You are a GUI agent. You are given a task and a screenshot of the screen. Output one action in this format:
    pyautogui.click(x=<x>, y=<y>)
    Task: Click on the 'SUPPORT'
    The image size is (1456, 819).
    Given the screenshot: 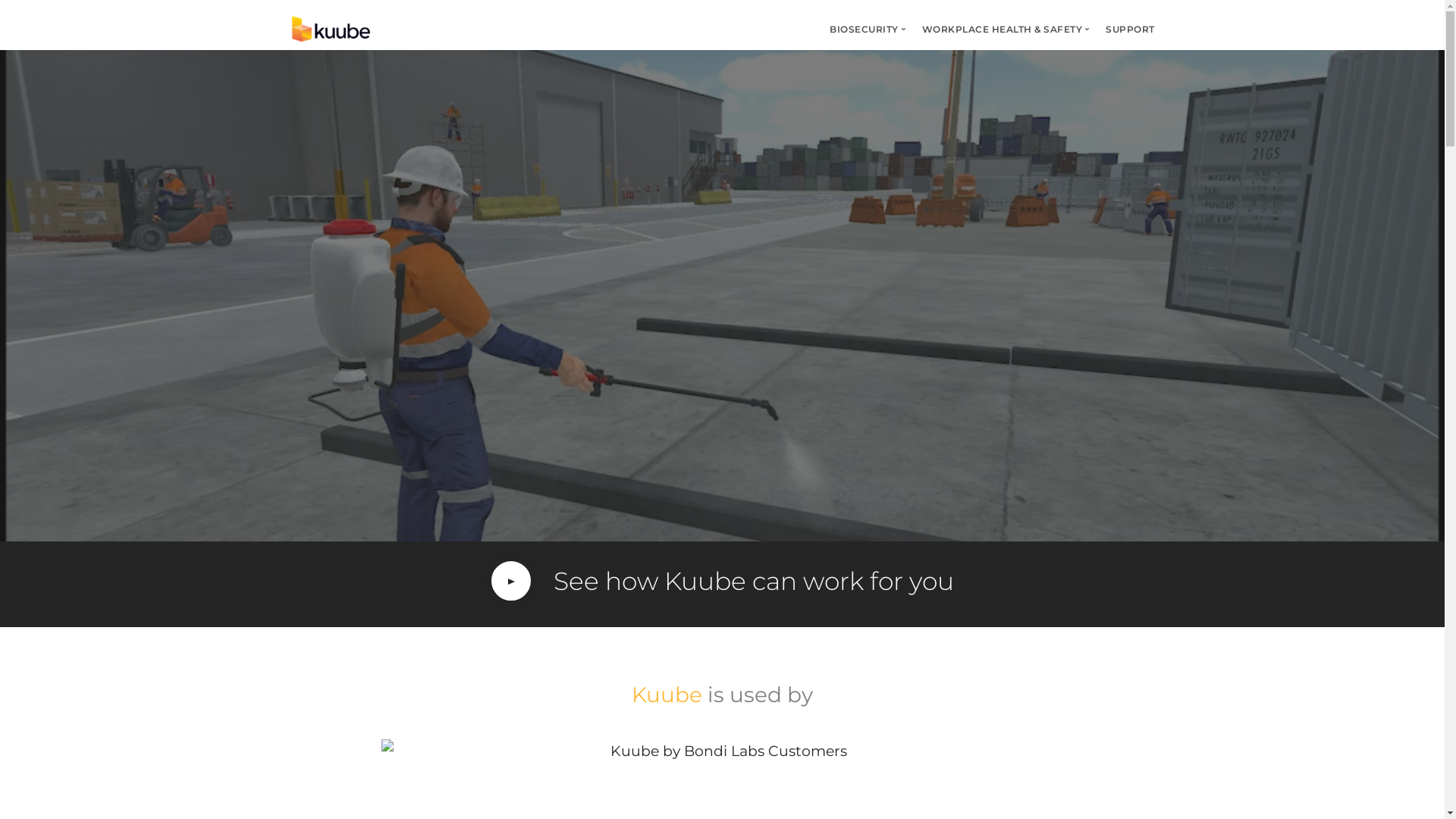 What is the action you would take?
    pyautogui.click(x=1130, y=29)
    